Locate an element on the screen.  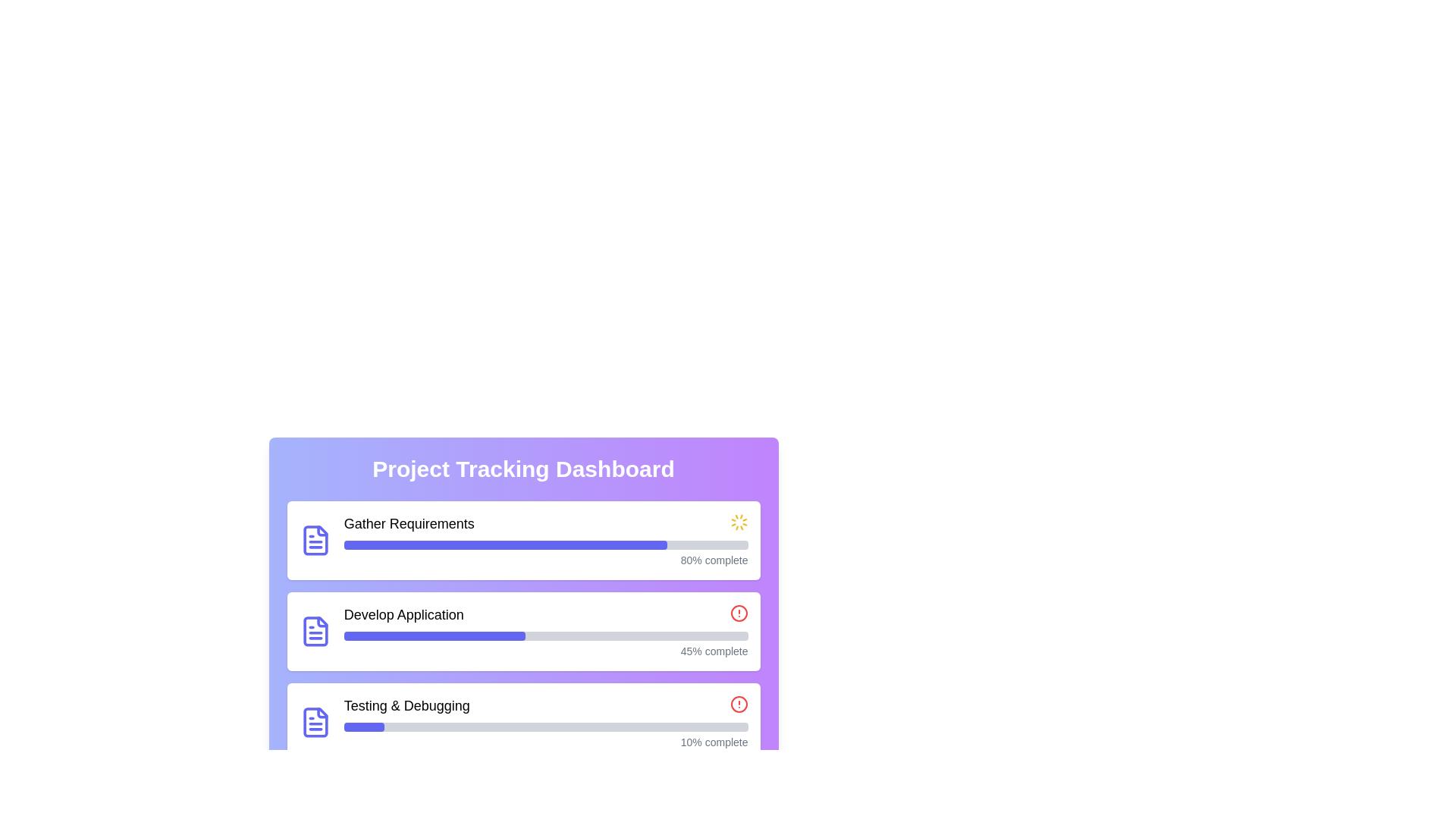
the yellow circular loading spinner with an animate-spin effect located to the right of the 'Gather Requirements' text in the 'Project Tracking Dashboard' UI card is located at coordinates (739, 522).